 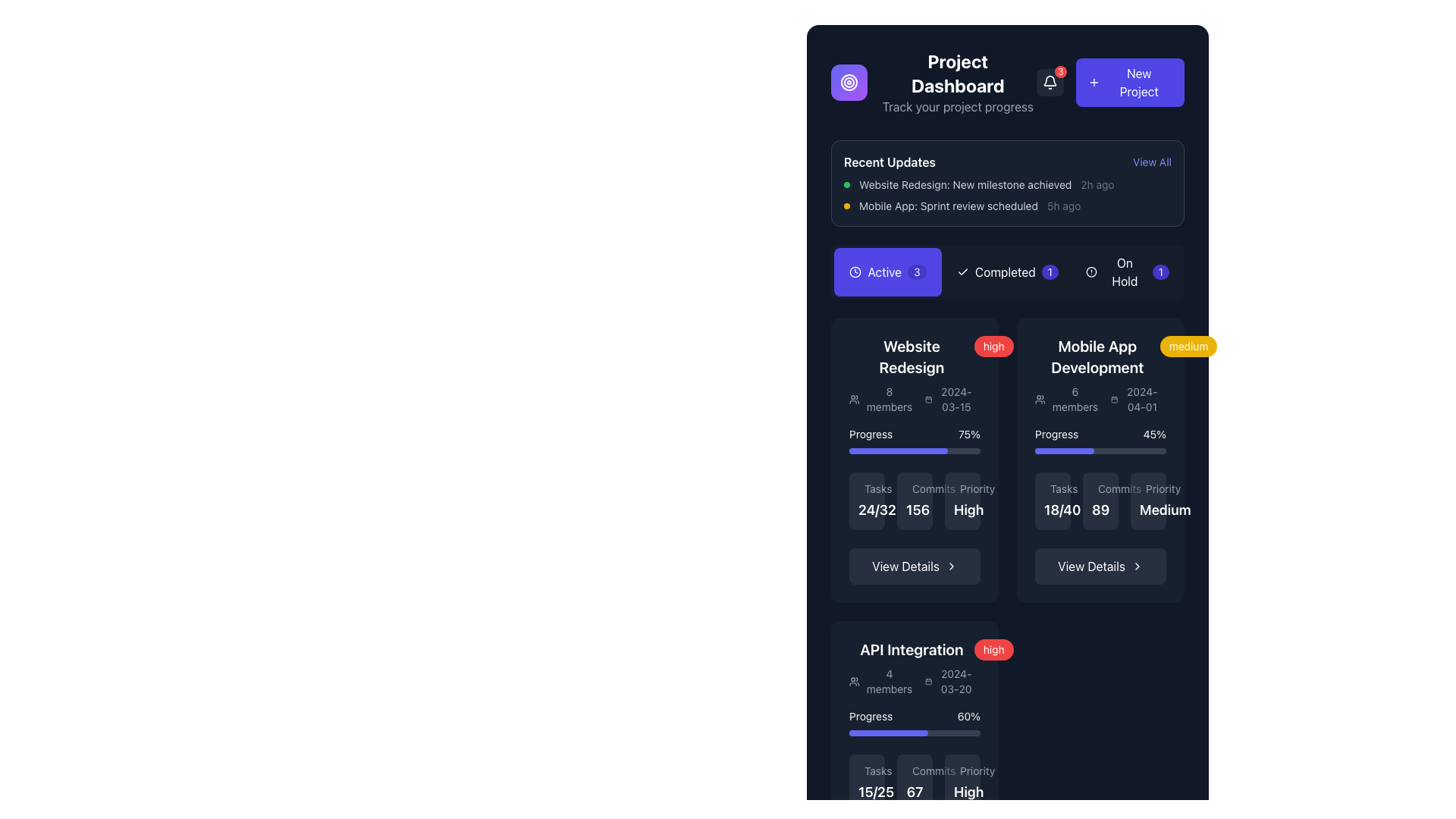 I want to click on the 'View Details' button located on the 'Website Redesign' card in the 'Recent Updates' section, so click(x=914, y=459).